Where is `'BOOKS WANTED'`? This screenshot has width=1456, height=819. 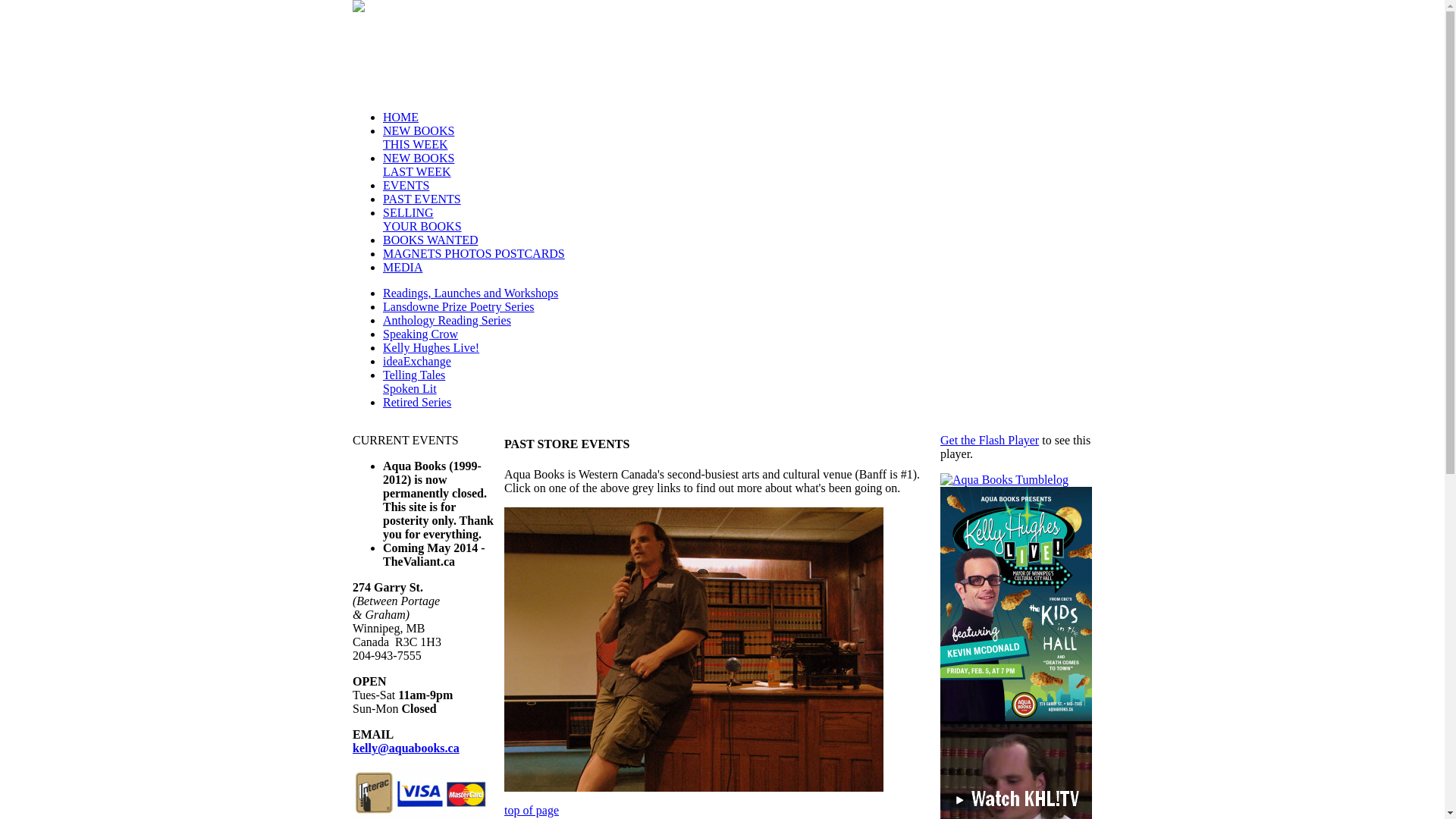
'BOOKS WANTED' is located at coordinates (429, 239).